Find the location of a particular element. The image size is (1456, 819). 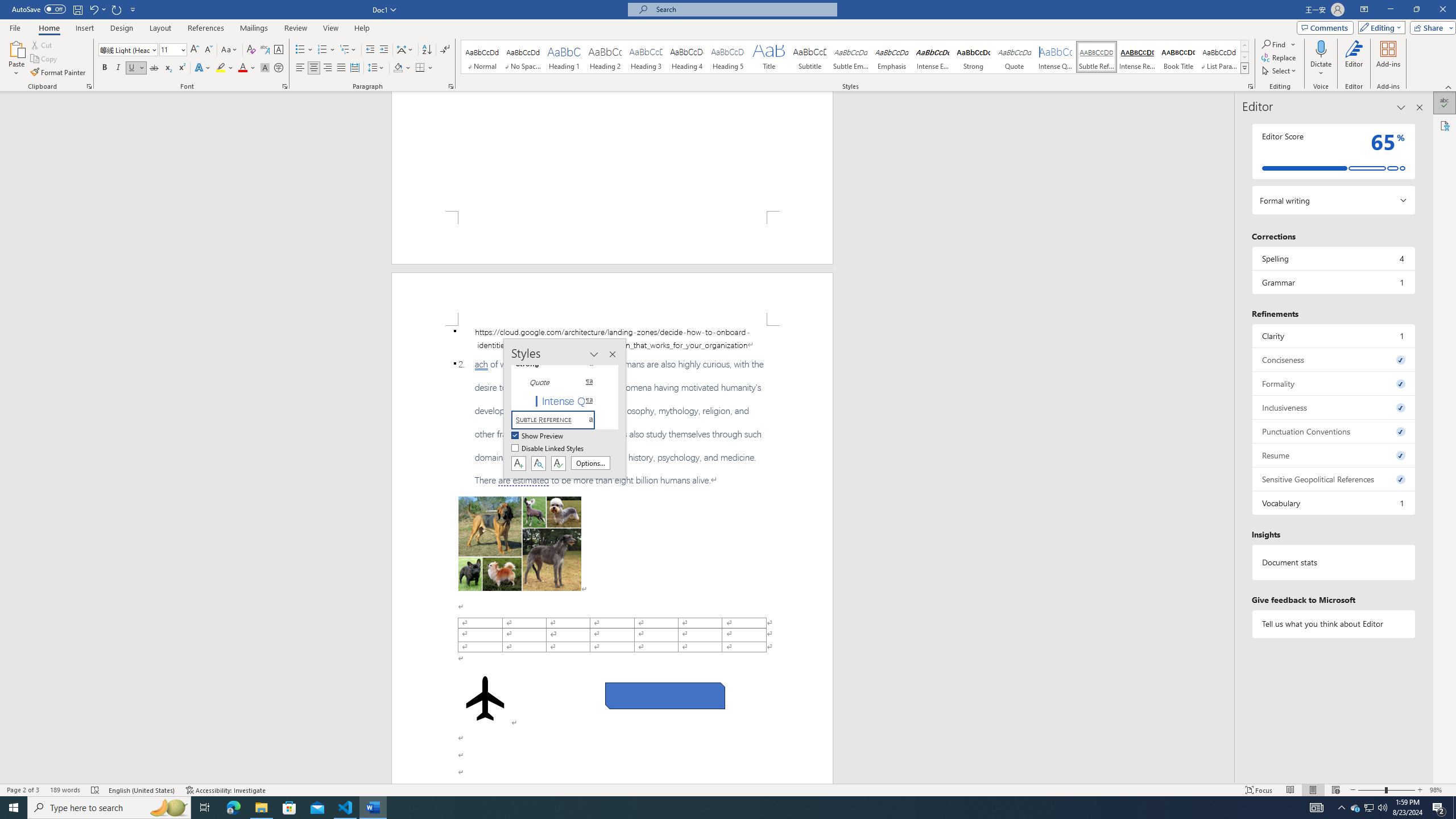

'Text Effects and Typography' is located at coordinates (201, 67).